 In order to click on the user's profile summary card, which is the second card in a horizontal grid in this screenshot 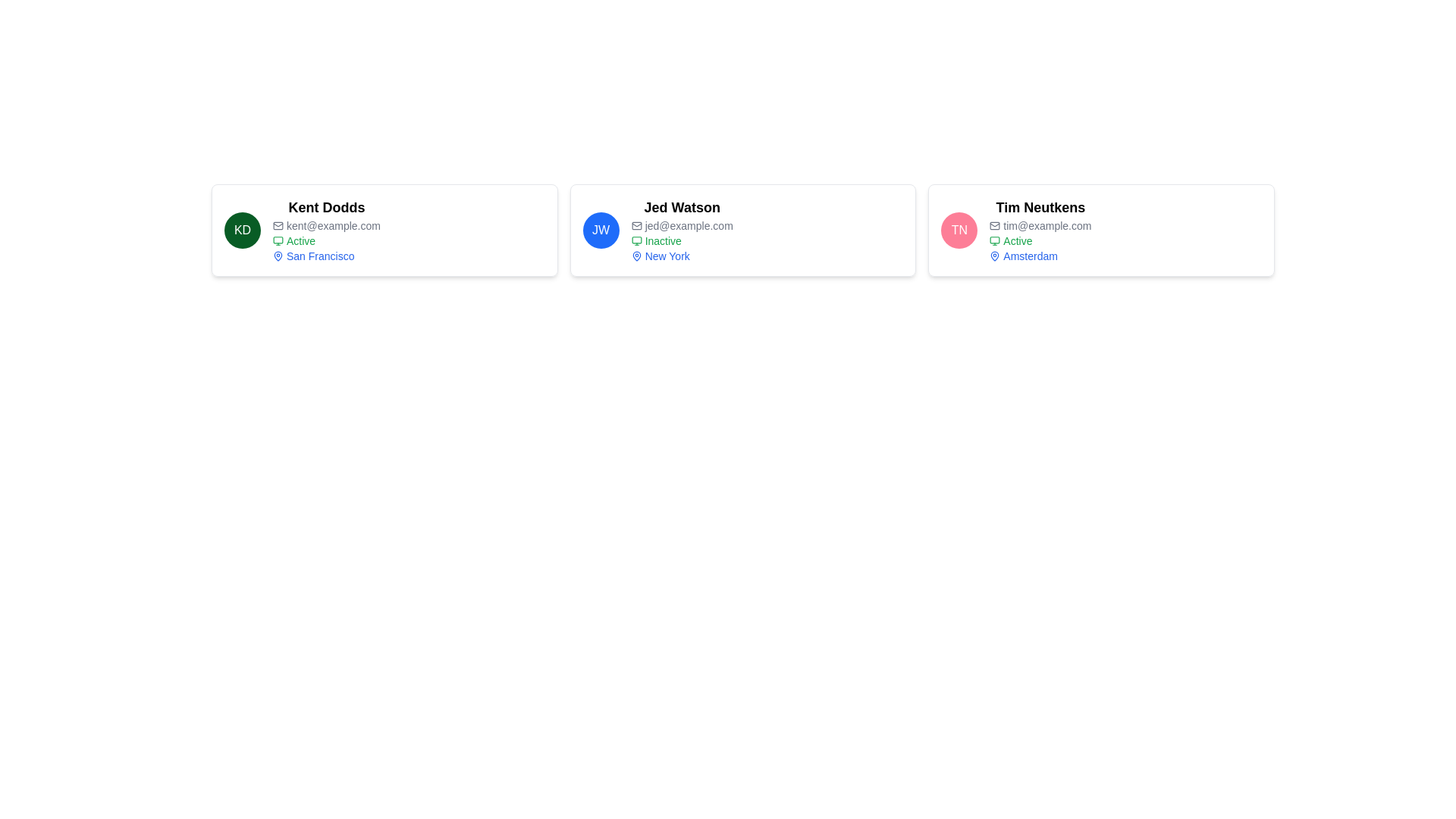, I will do `click(742, 231)`.